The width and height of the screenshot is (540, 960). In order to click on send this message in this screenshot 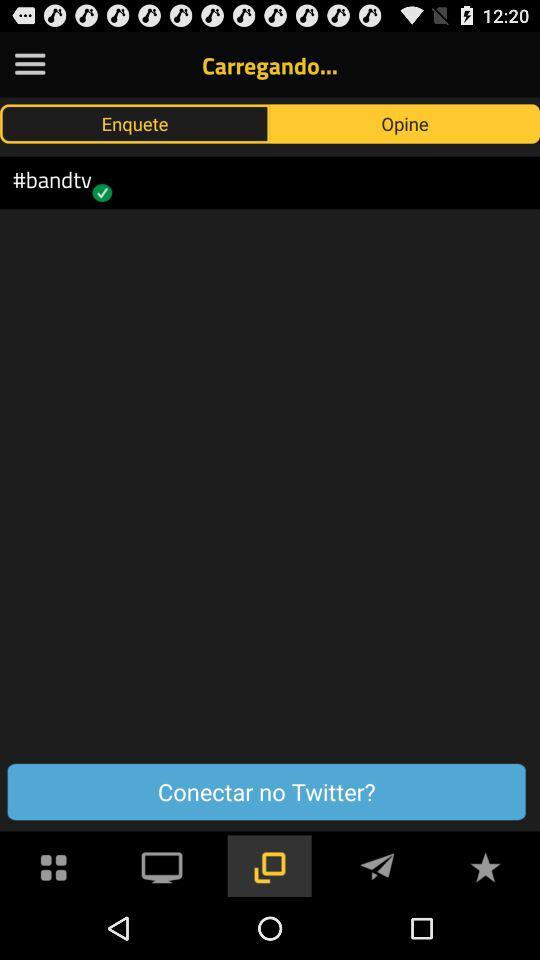, I will do `click(377, 864)`.